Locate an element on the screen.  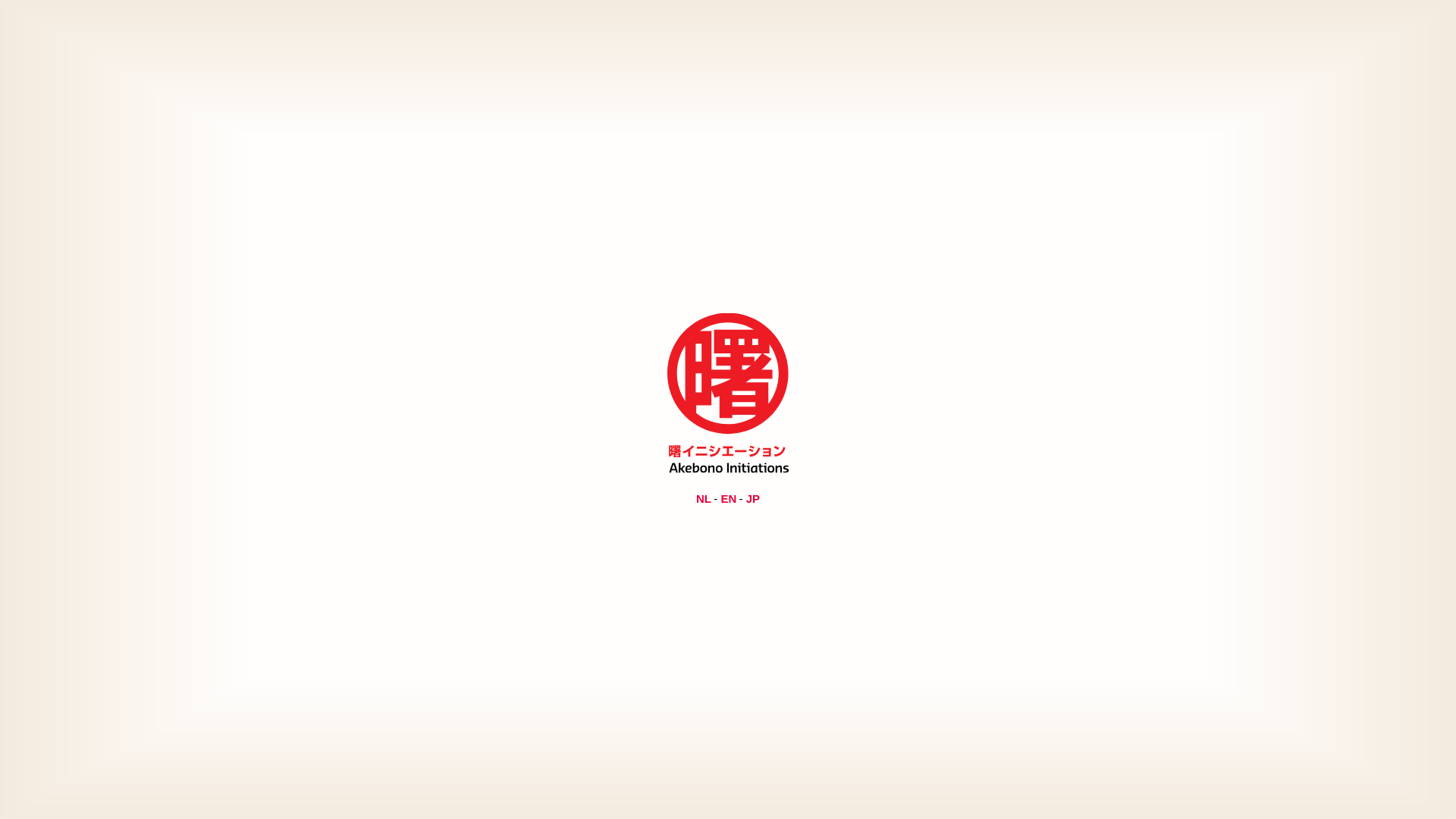
'JP' is located at coordinates (753, 497).